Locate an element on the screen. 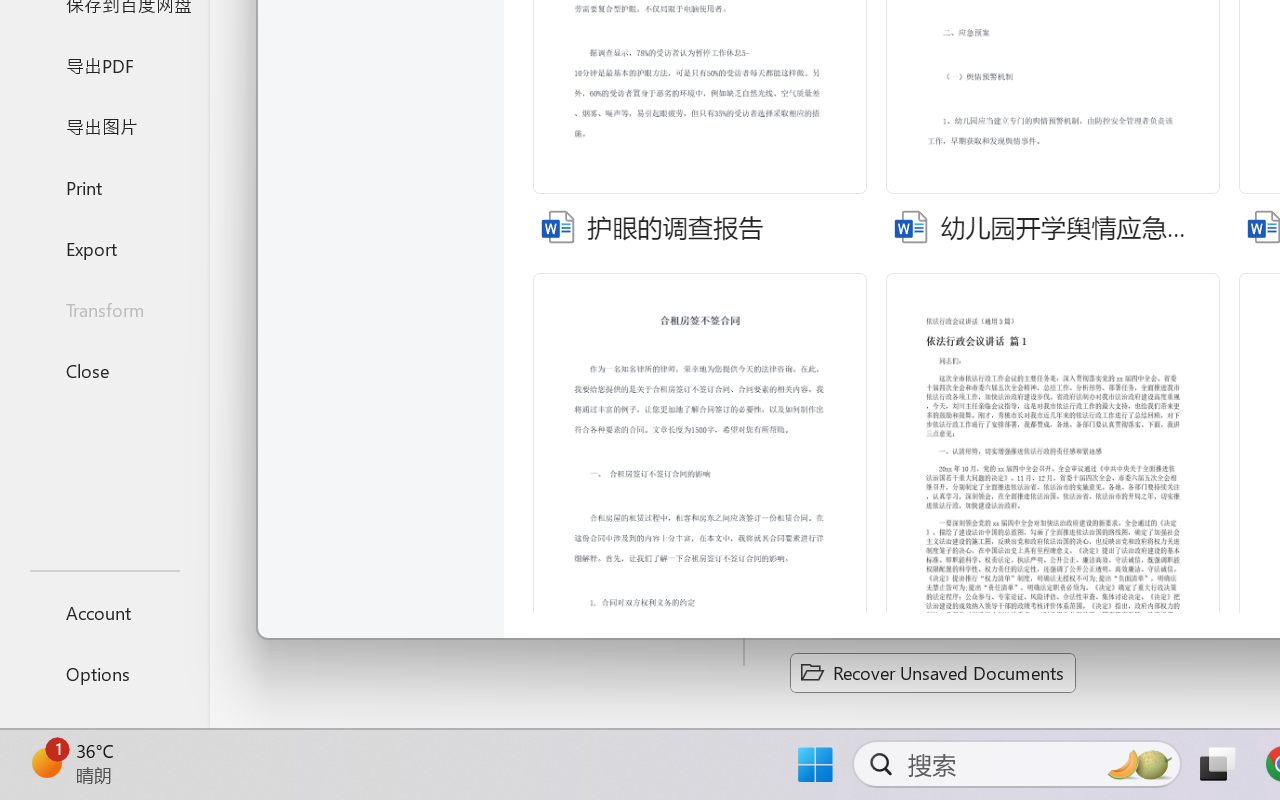 This screenshot has width=1280, height=800. 'Recover Unsaved Documents' is located at coordinates (932, 672).